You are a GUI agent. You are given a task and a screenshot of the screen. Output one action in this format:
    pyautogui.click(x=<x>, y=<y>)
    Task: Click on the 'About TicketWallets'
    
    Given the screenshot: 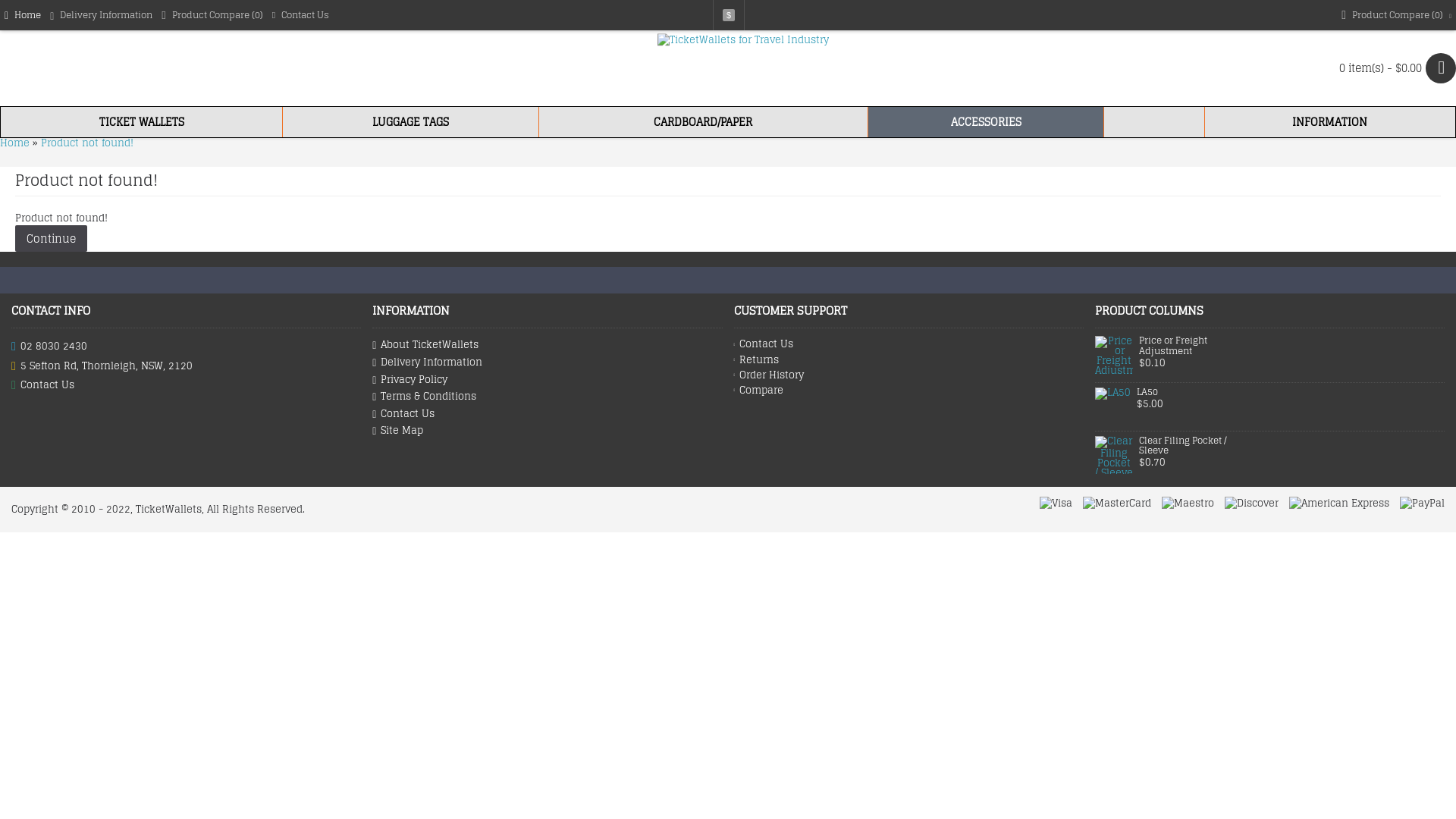 What is the action you would take?
    pyautogui.click(x=372, y=345)
    